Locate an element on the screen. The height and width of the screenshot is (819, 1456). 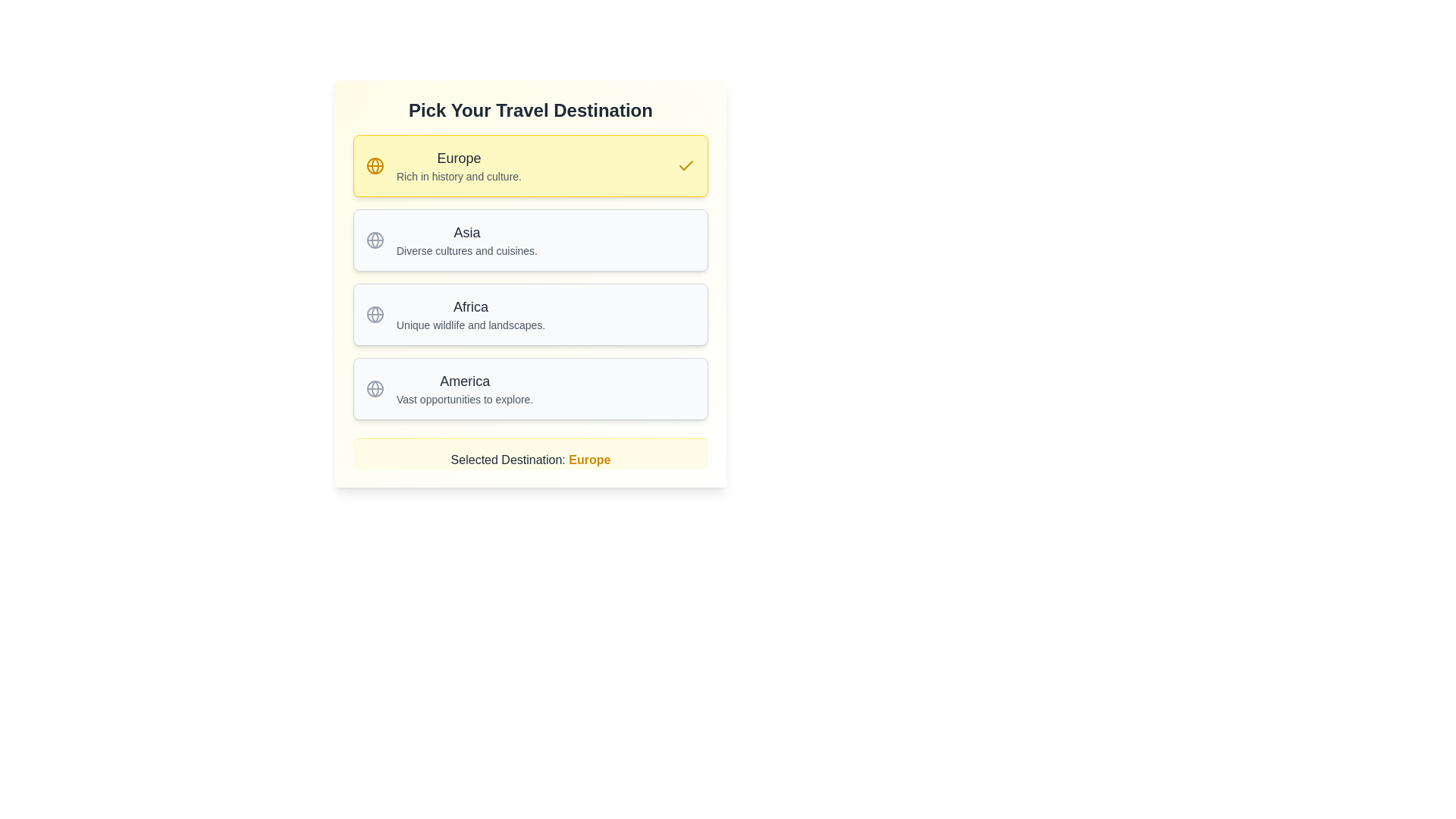
the 'Europe' label located in the upper left of the yellow rectangle within the travel destination selection interface is located at coordinates (458, 166).